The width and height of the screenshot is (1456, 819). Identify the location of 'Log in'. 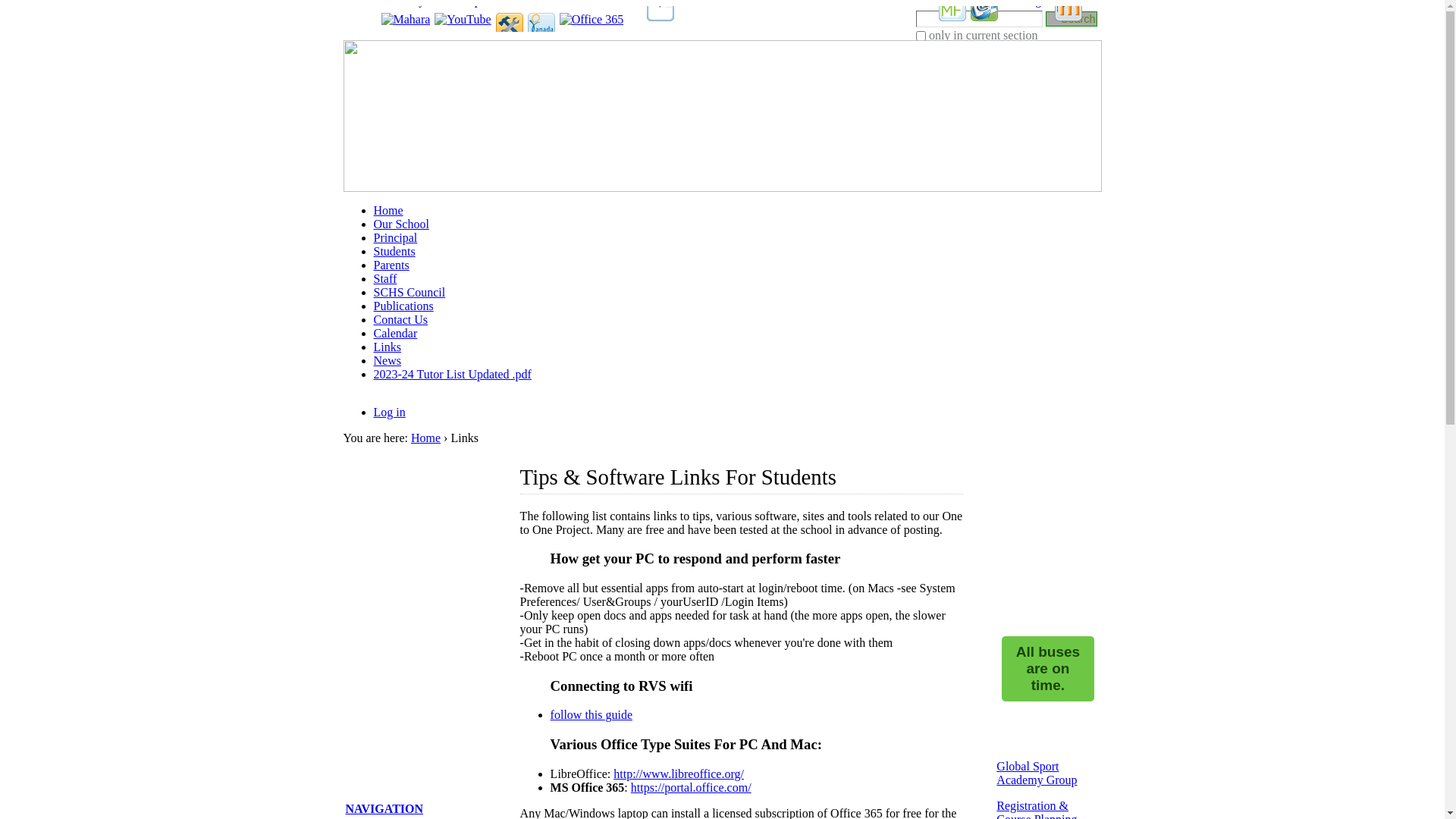
(372, 412).